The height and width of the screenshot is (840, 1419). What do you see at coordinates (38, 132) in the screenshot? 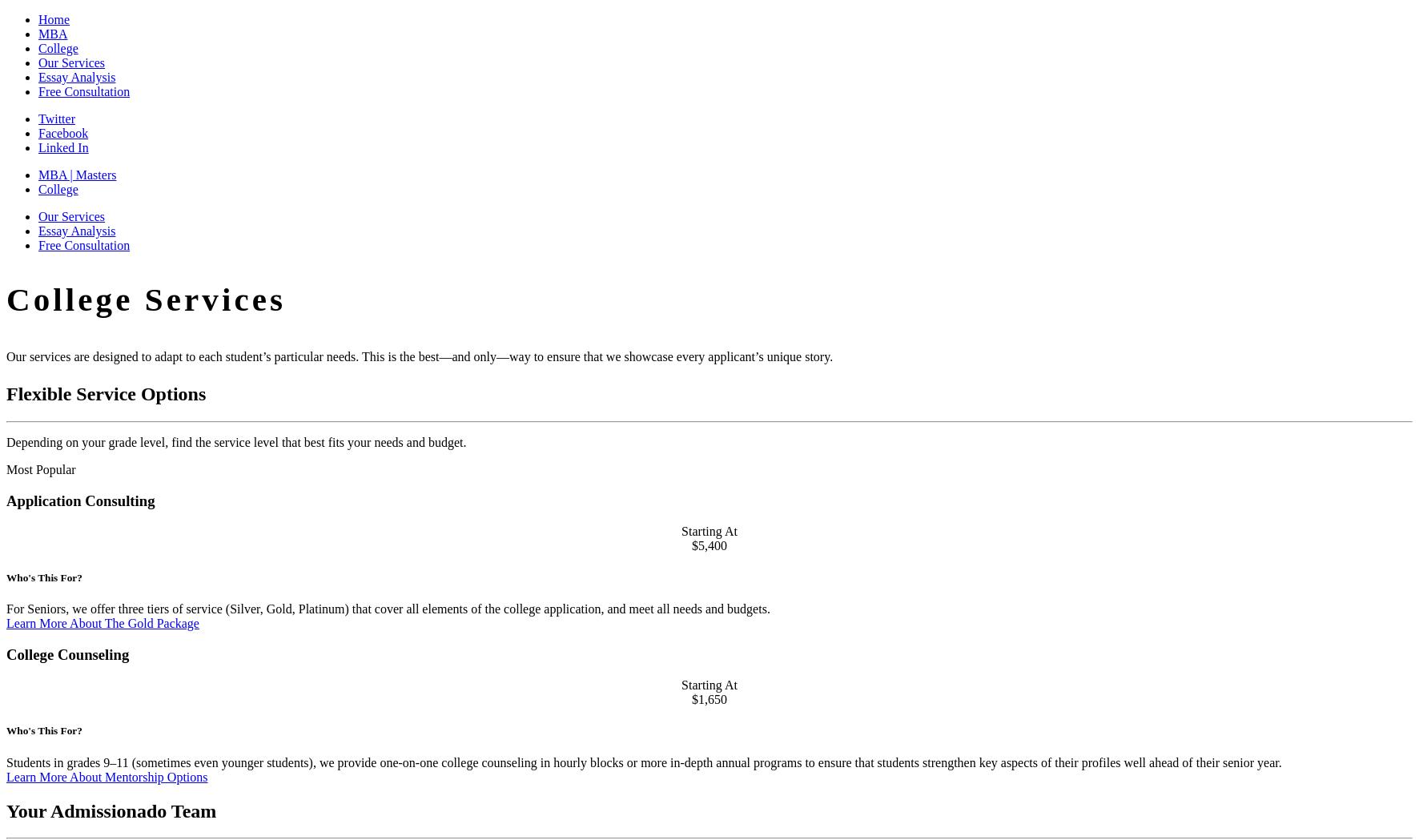
I see `'Facebook'` at bounding box center [38, 132].